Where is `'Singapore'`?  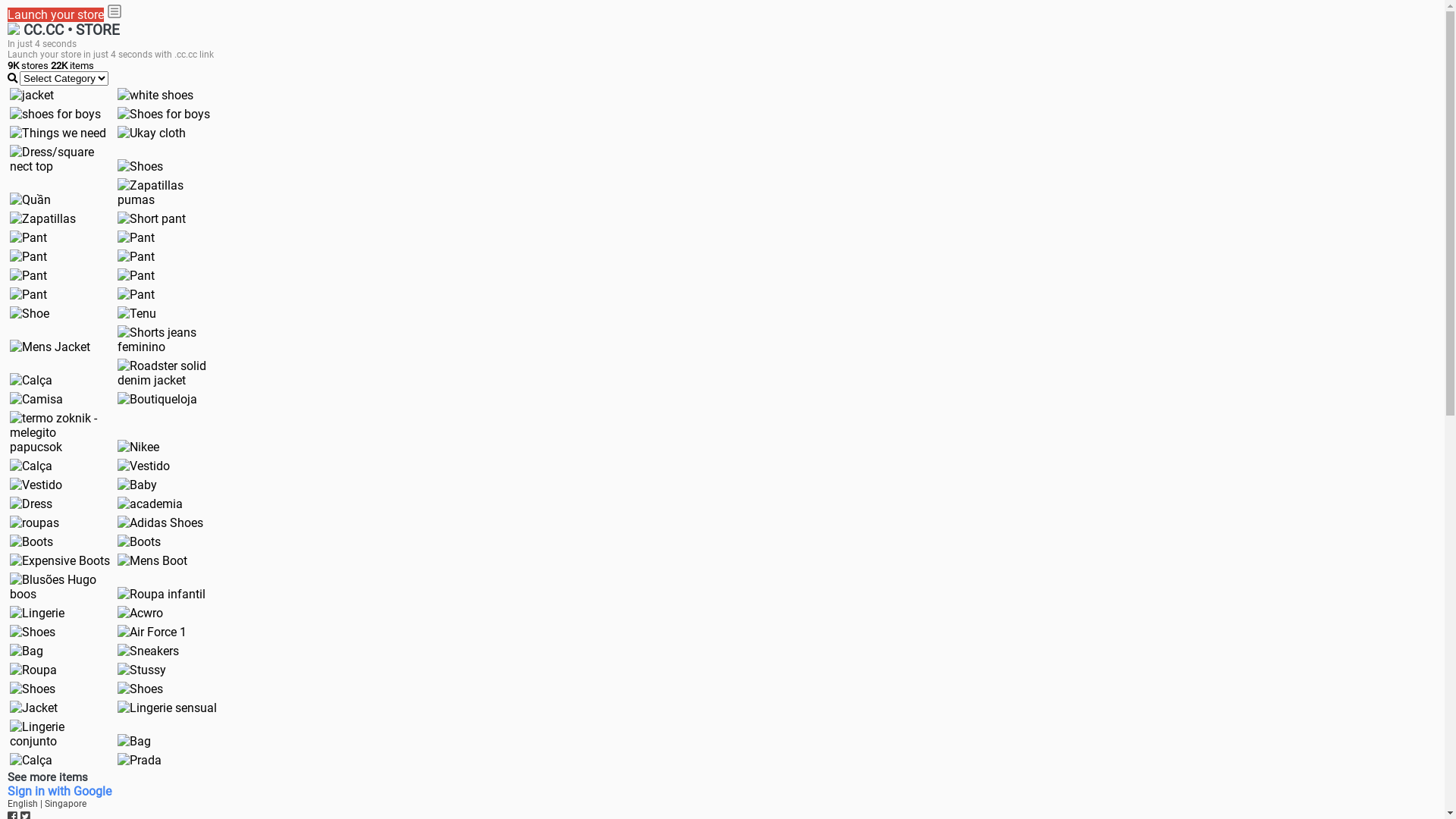 'Singapore' is located at coordinates (64, 803).